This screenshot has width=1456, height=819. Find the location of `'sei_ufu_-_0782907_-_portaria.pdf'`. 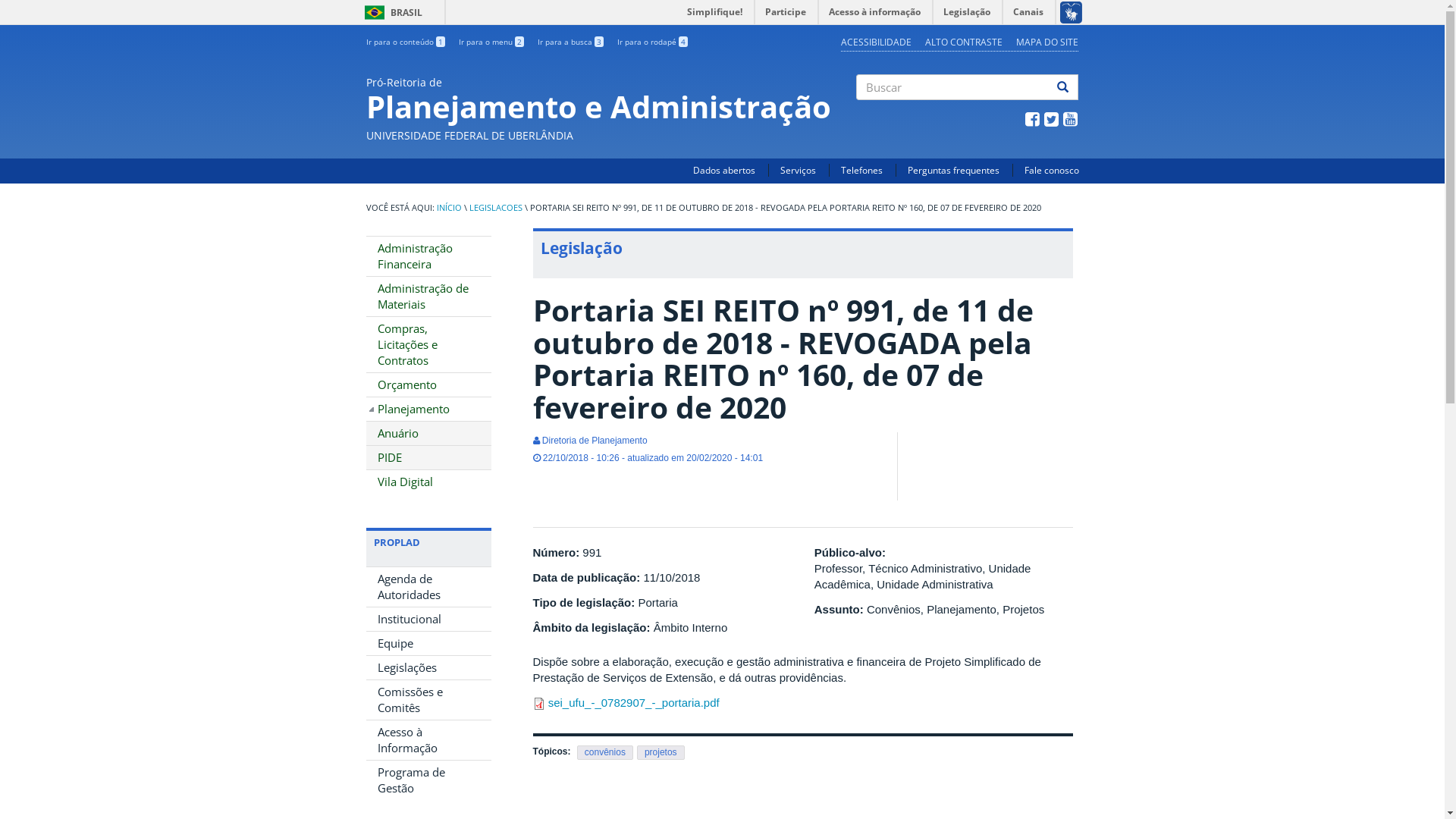

'sei_ufu_-_0782907_-_portaria.pdf' is located at coordinates (633, 702).